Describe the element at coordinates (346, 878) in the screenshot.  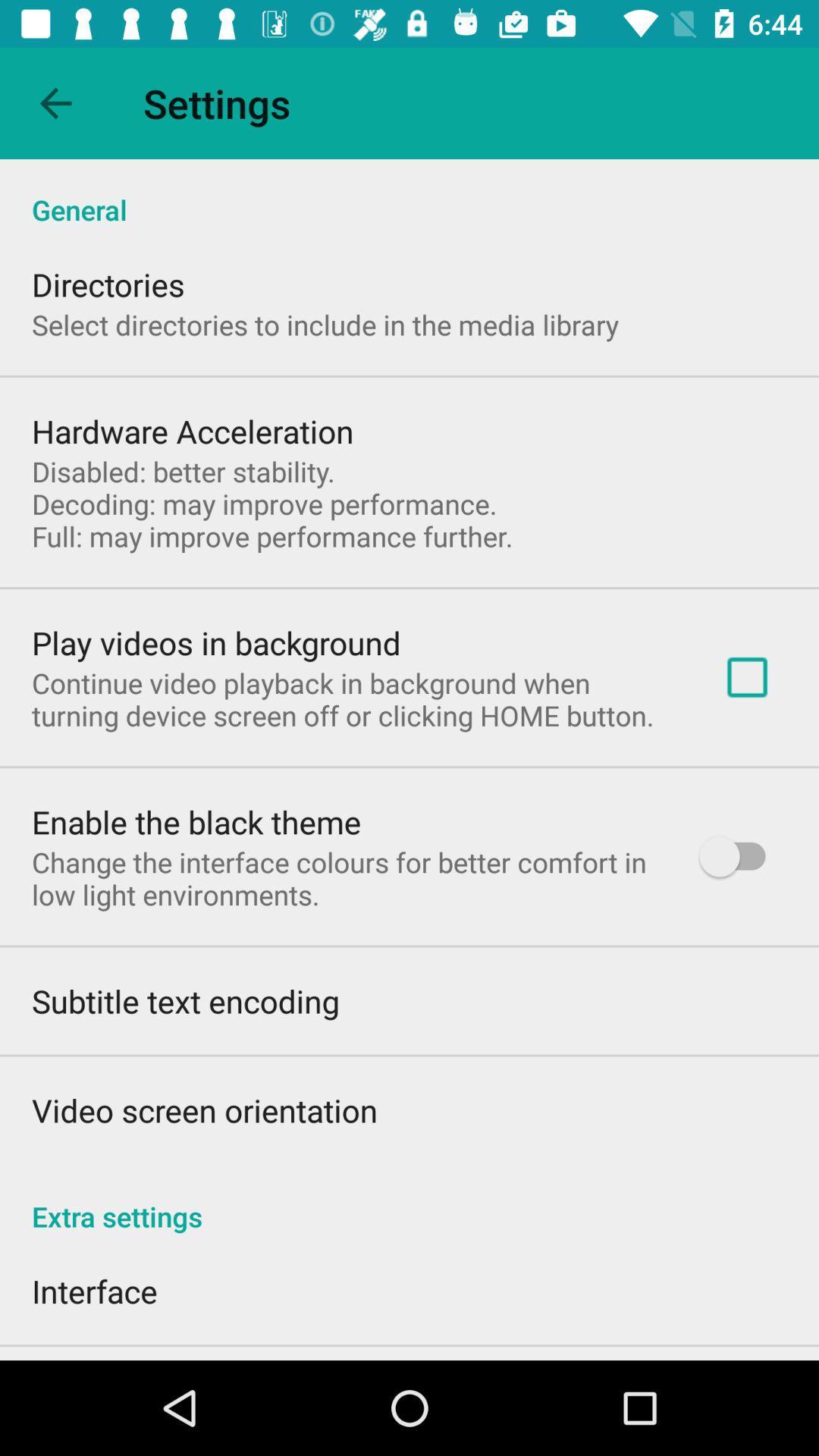
I see `the change the interface icon` at that location.